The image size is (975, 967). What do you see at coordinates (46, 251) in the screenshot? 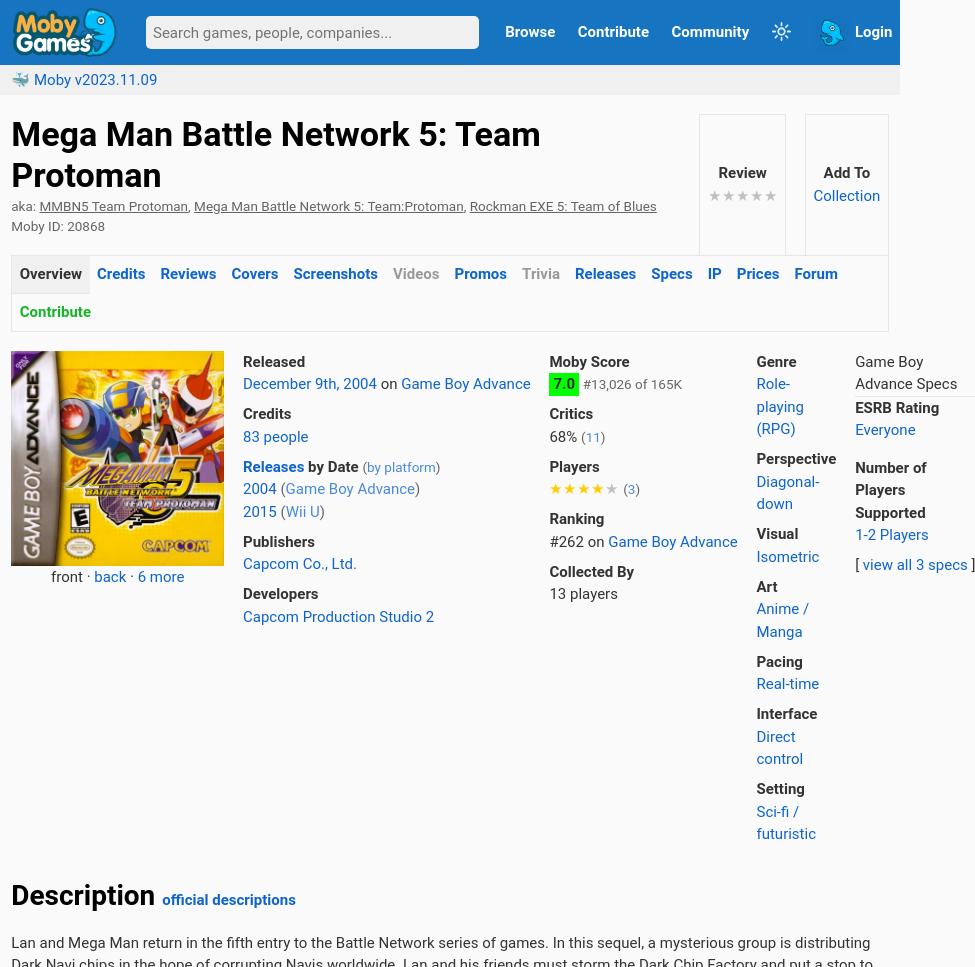
I see `'GameSpot'` at bounding box center [46, 251].